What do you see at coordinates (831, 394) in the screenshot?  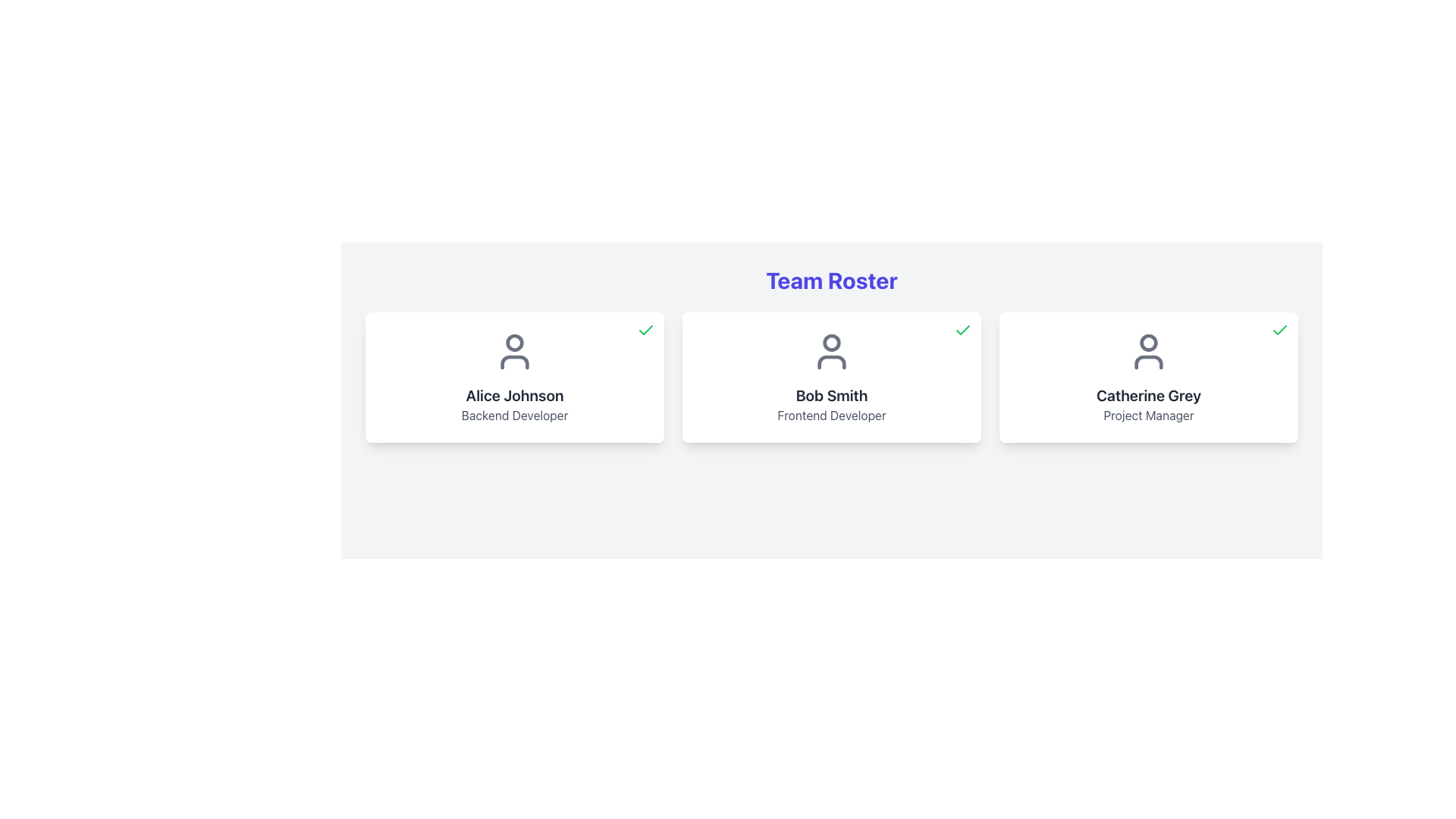 I see `the text element displaying 'Bob Smith', which is centrally aligned, bold, and located above the text block labeled 'Frontend Developer'` at bounding box center [831, 394].